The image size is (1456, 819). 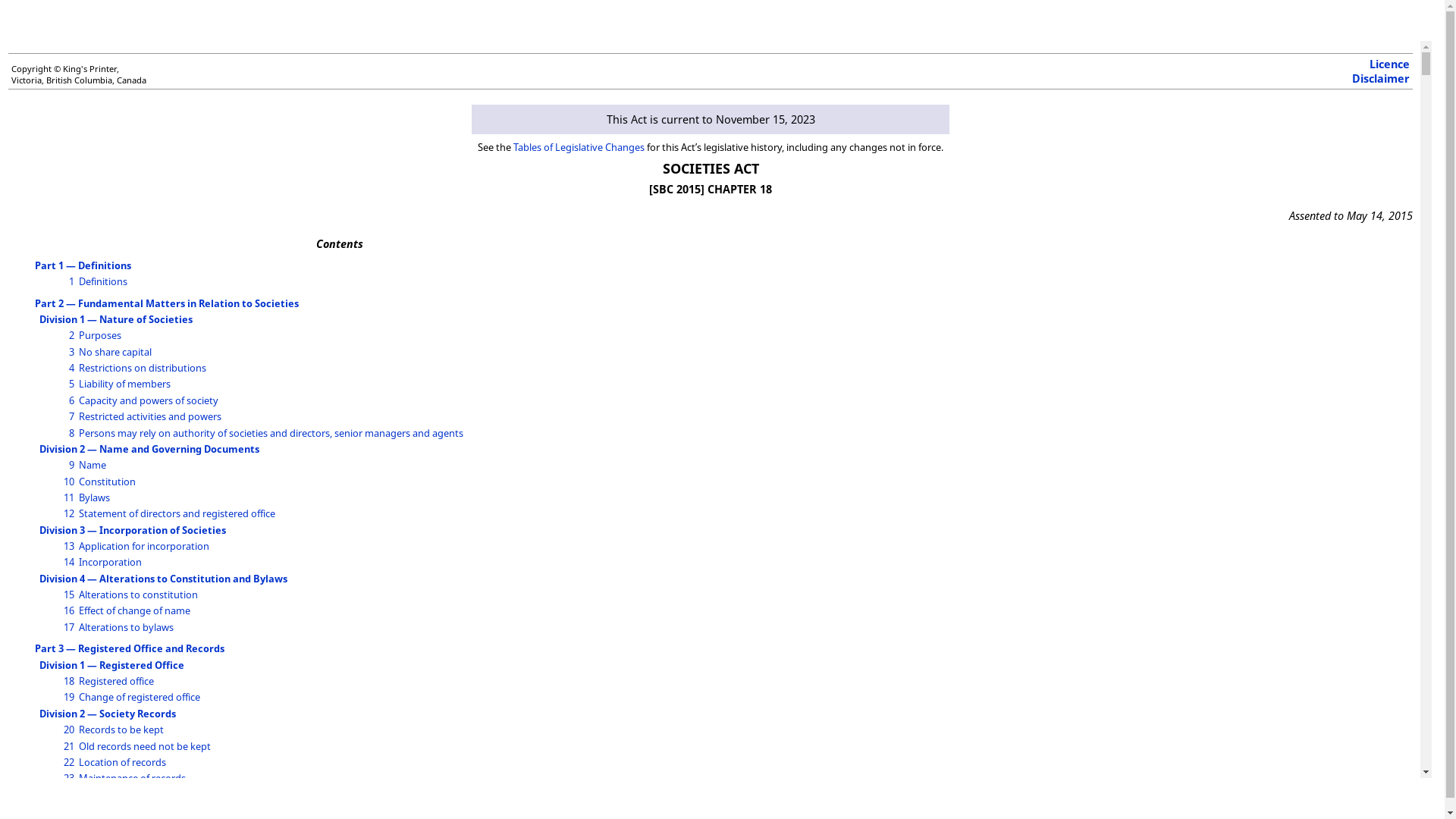 I want to click on 'Alterations to bylaws', so click(x=126, y=626).